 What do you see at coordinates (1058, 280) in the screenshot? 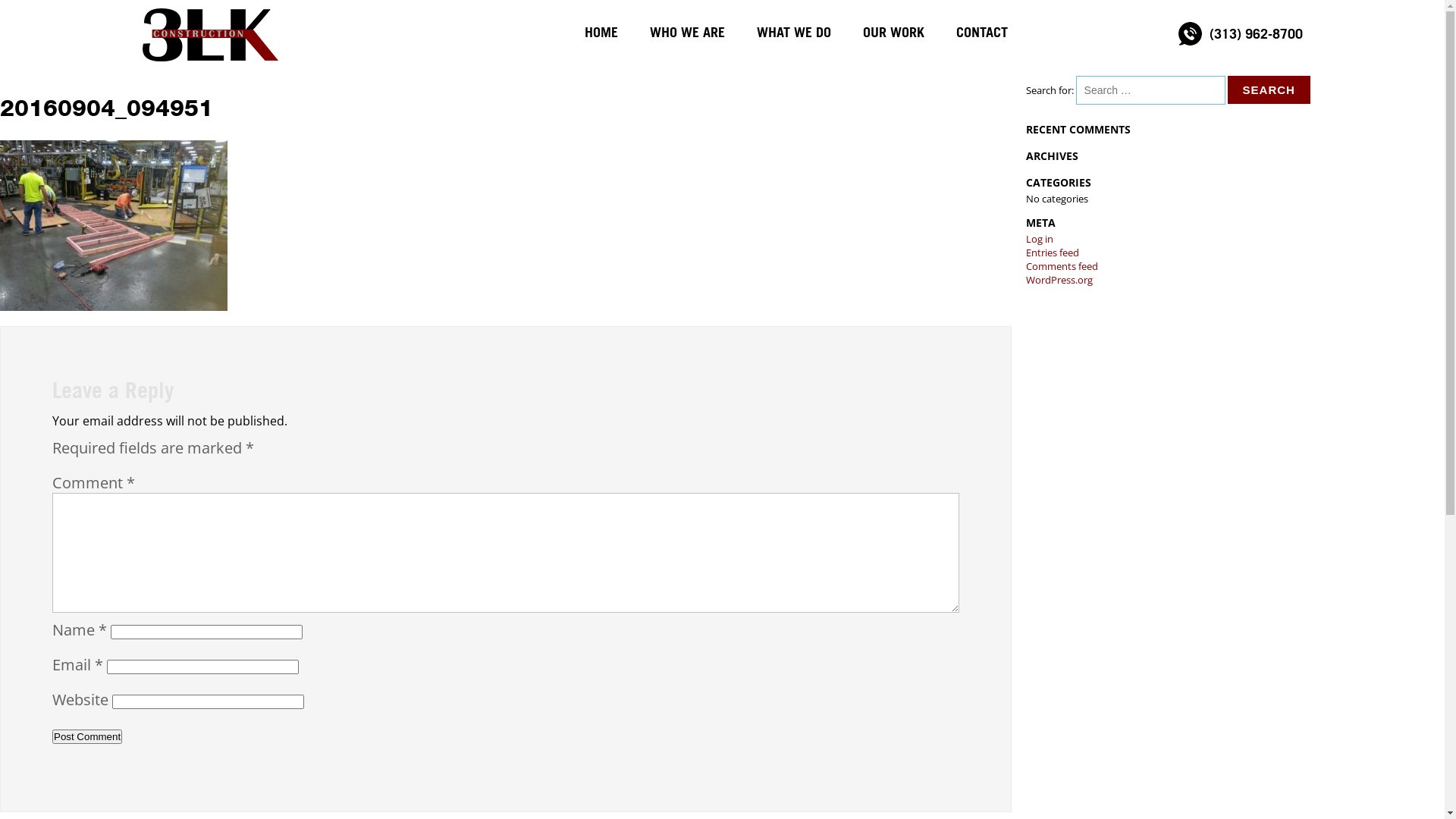
I see `'WordPress.org'` at bounding box center [1058, 280].